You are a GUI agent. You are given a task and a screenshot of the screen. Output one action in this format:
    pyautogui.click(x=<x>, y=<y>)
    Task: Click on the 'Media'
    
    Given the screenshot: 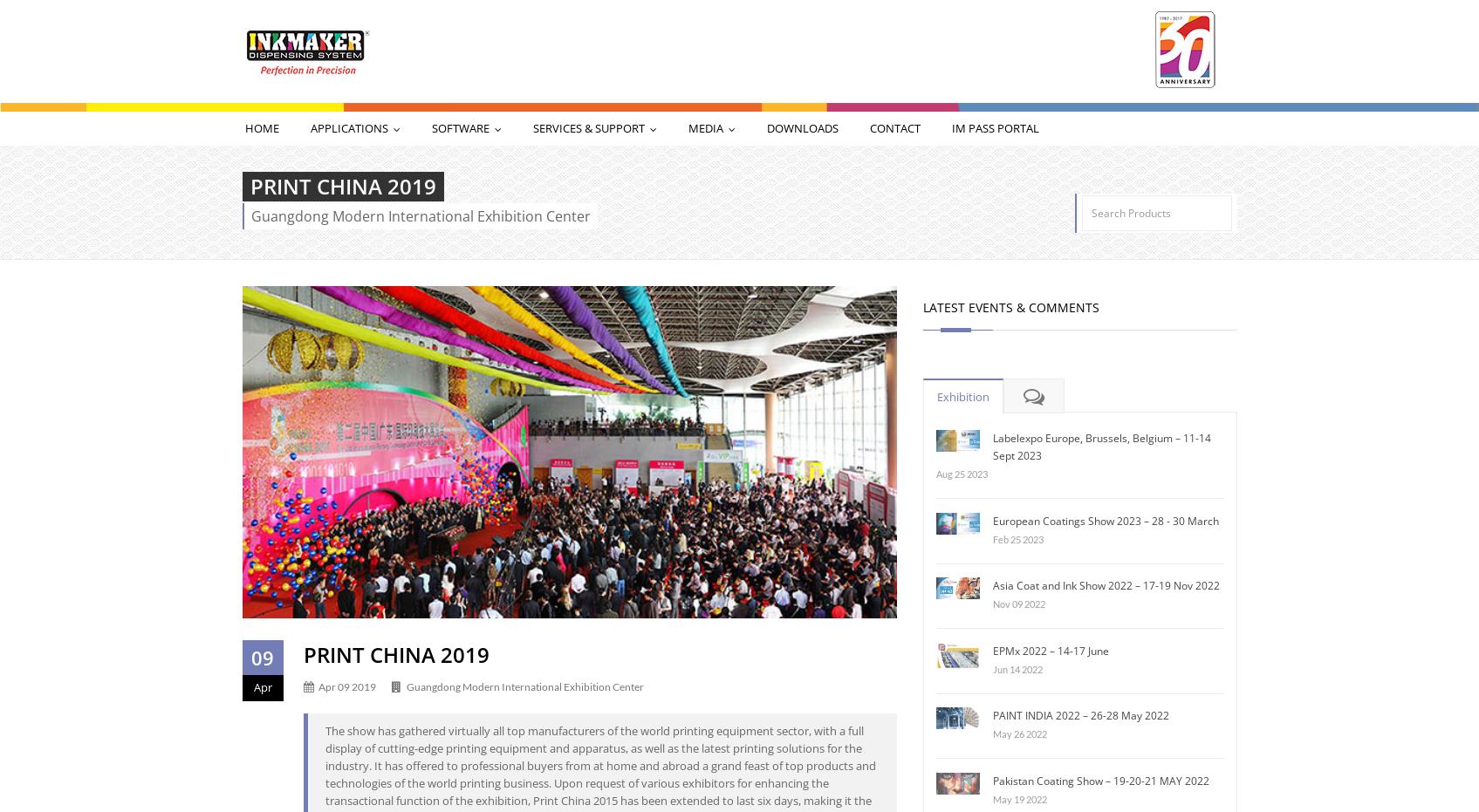 What is the action you would take?
    pyautogui.click(x=705, y=127)
    